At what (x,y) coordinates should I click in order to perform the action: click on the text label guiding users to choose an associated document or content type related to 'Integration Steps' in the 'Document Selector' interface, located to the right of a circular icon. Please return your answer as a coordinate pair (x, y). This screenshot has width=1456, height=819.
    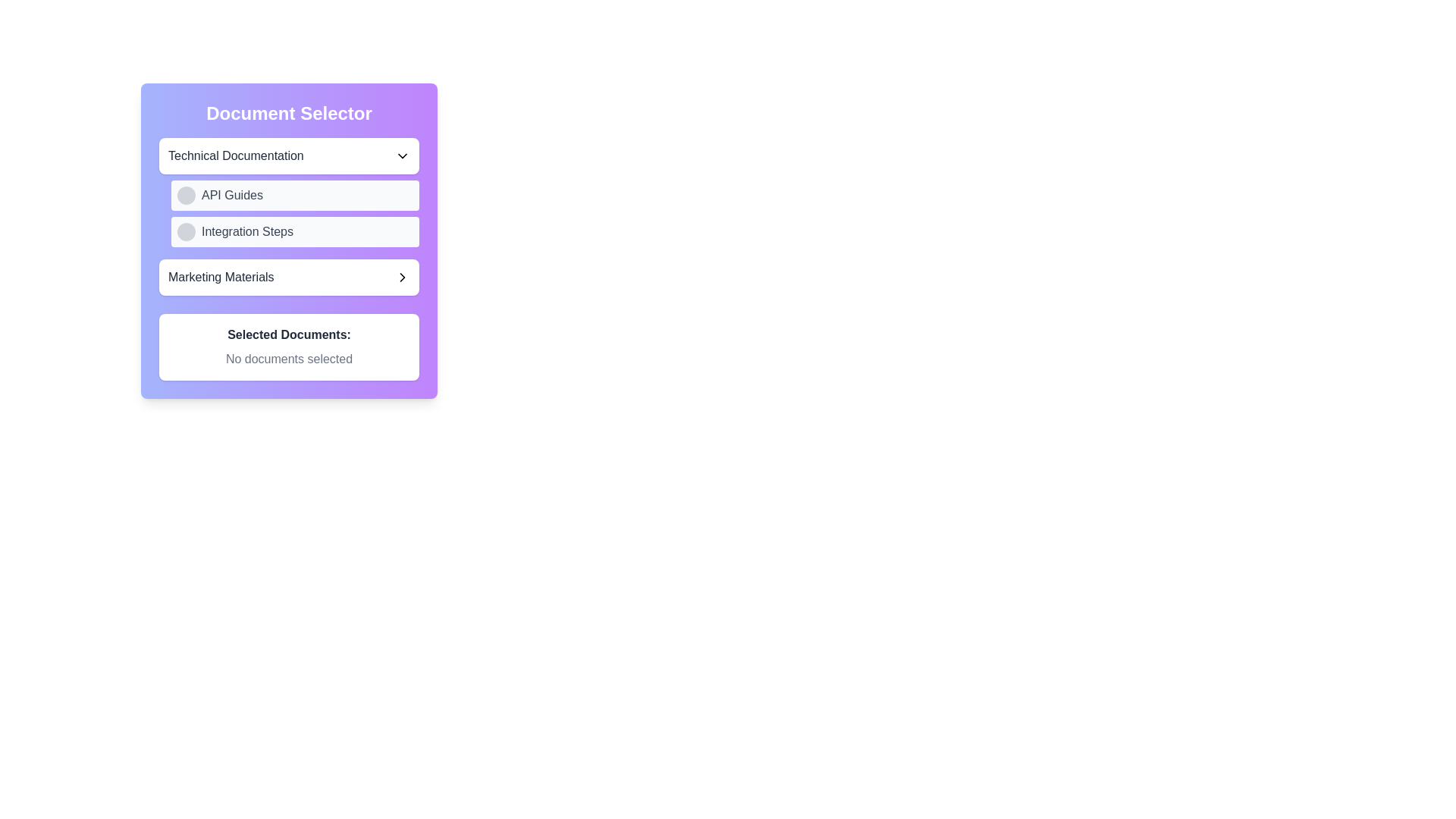
    Looking at the image, I should click on (247, 231).